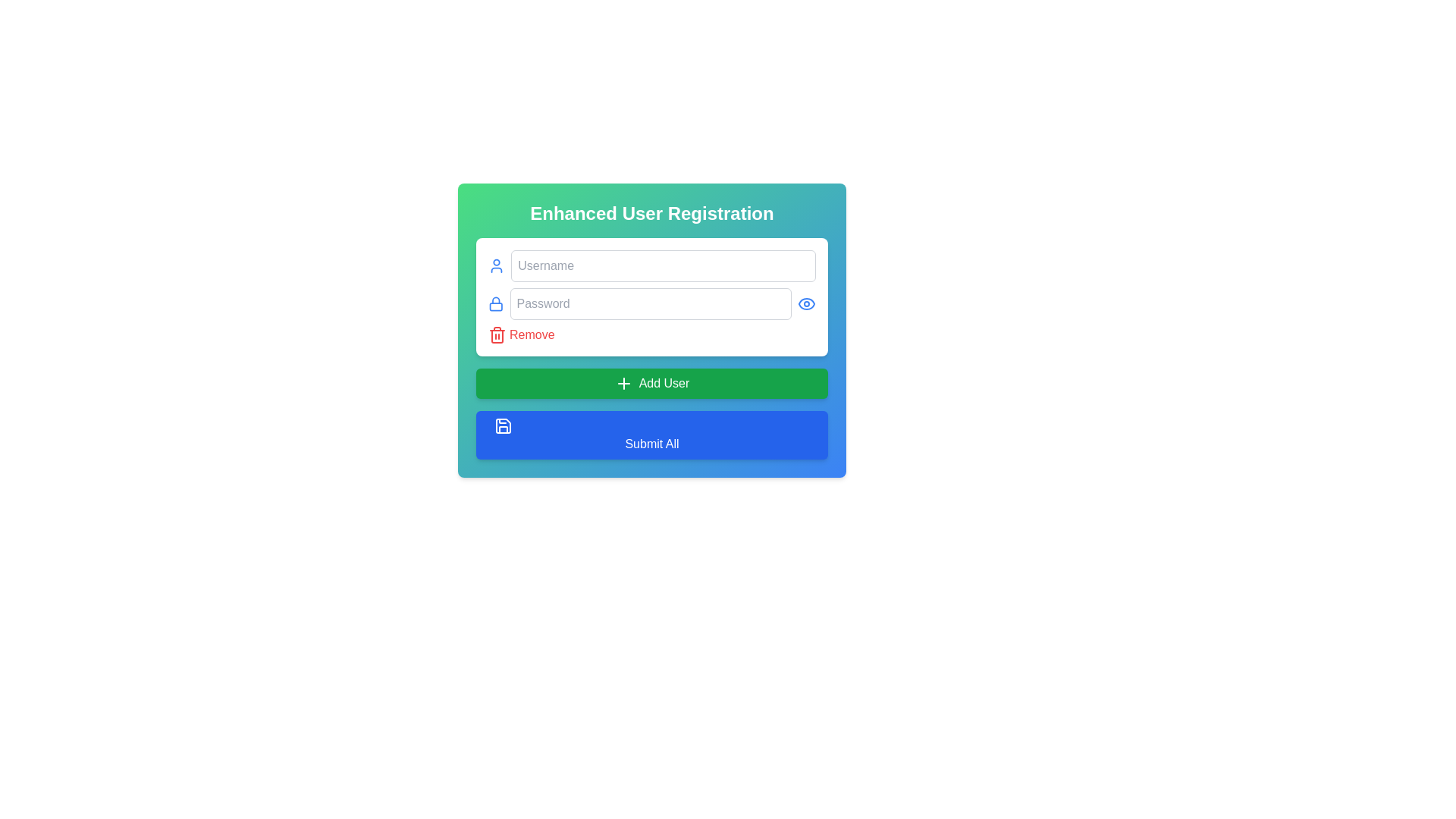 This screenshot has height=819, width=1456. Describe the element at coordinates (532, 334) in the screenshot. I see `the 'Remove' text label, which is displayed in red and positioned next to a trash can icon below the password text input field in the 'Enhanced User Registration' form panel` at that location.